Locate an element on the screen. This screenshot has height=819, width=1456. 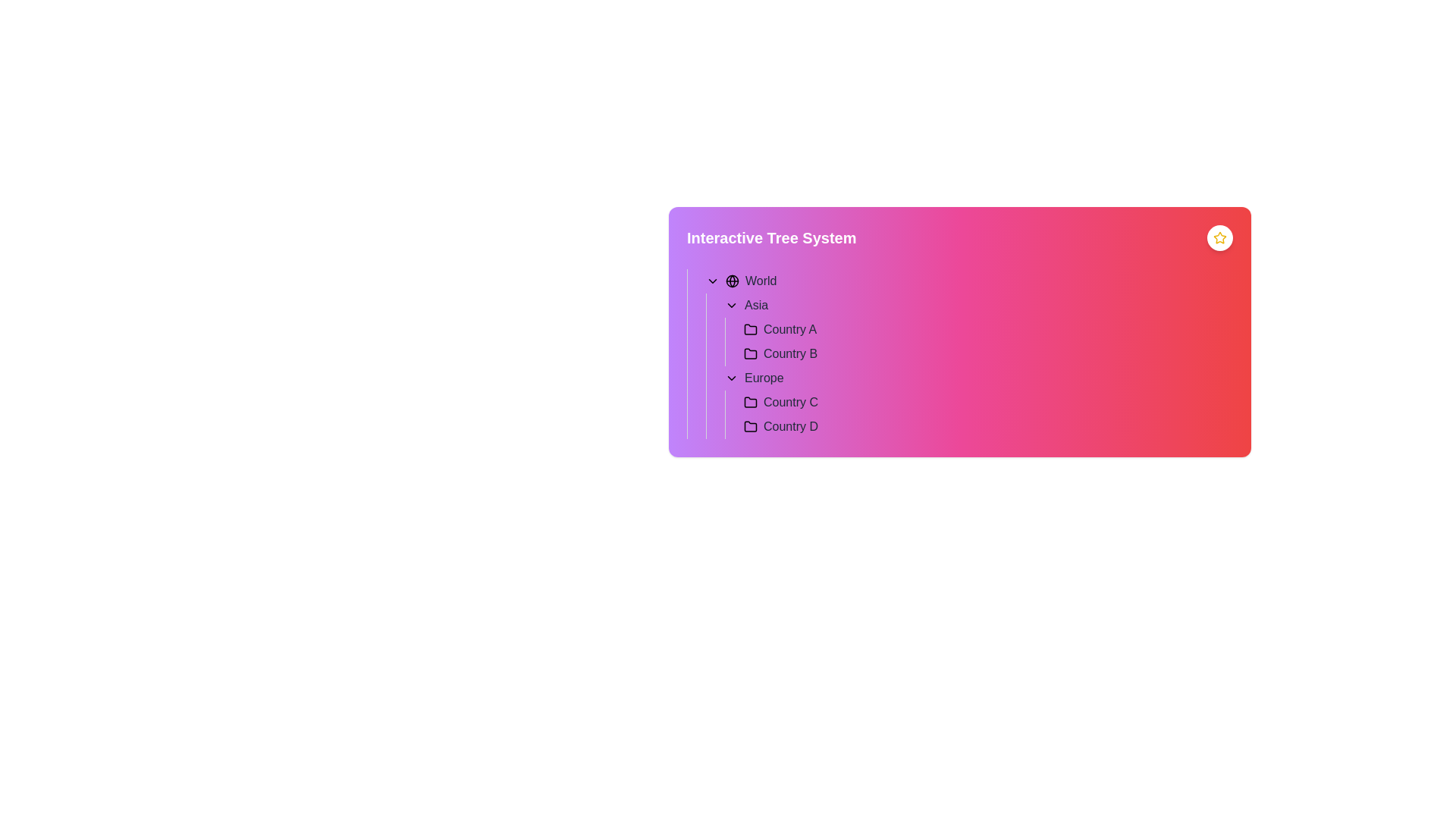
the folder icon representing 'Country B' in the hierarchical list is located at coordinates (750, 353).